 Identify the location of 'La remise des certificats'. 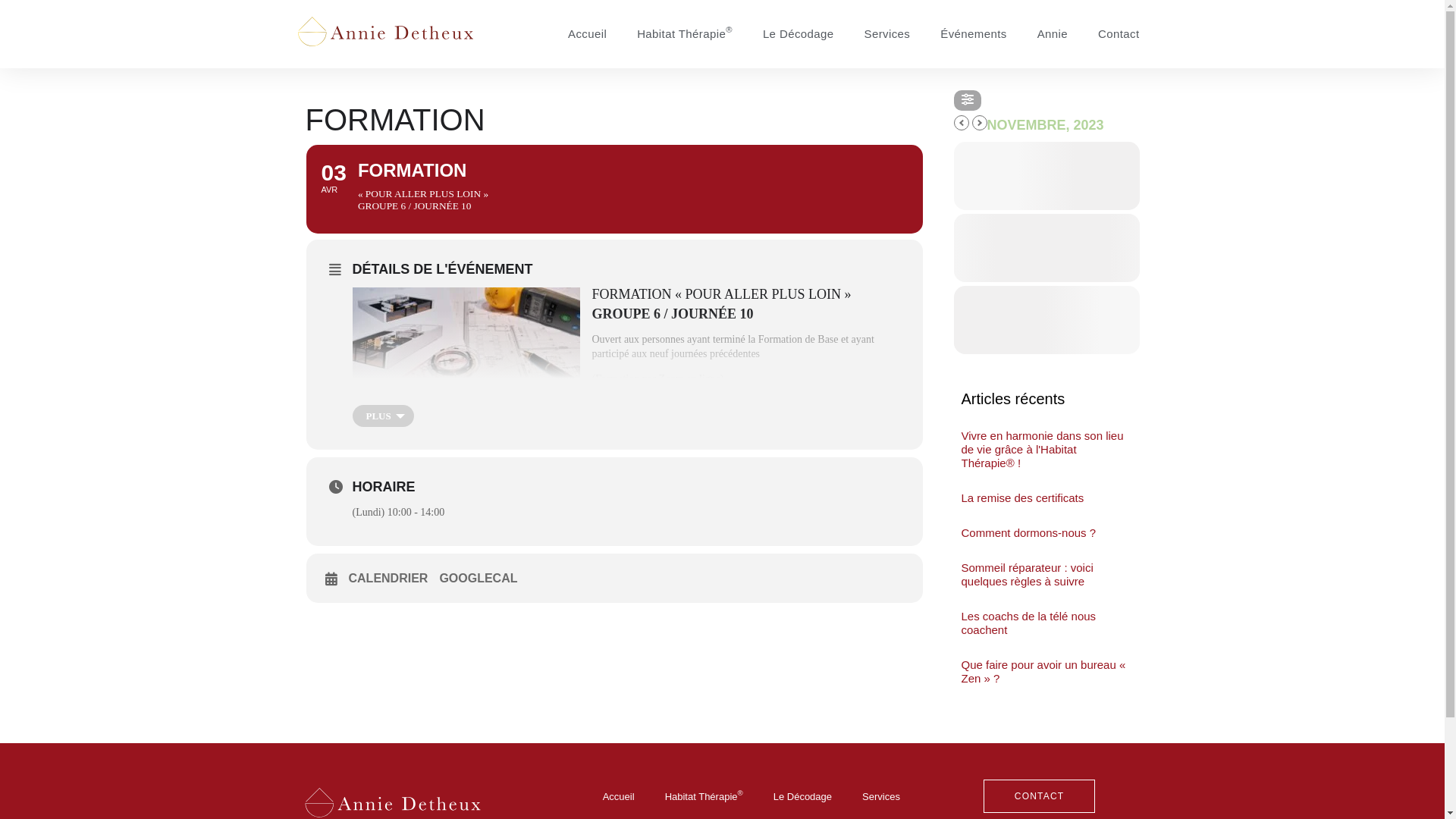
(1022, 497).